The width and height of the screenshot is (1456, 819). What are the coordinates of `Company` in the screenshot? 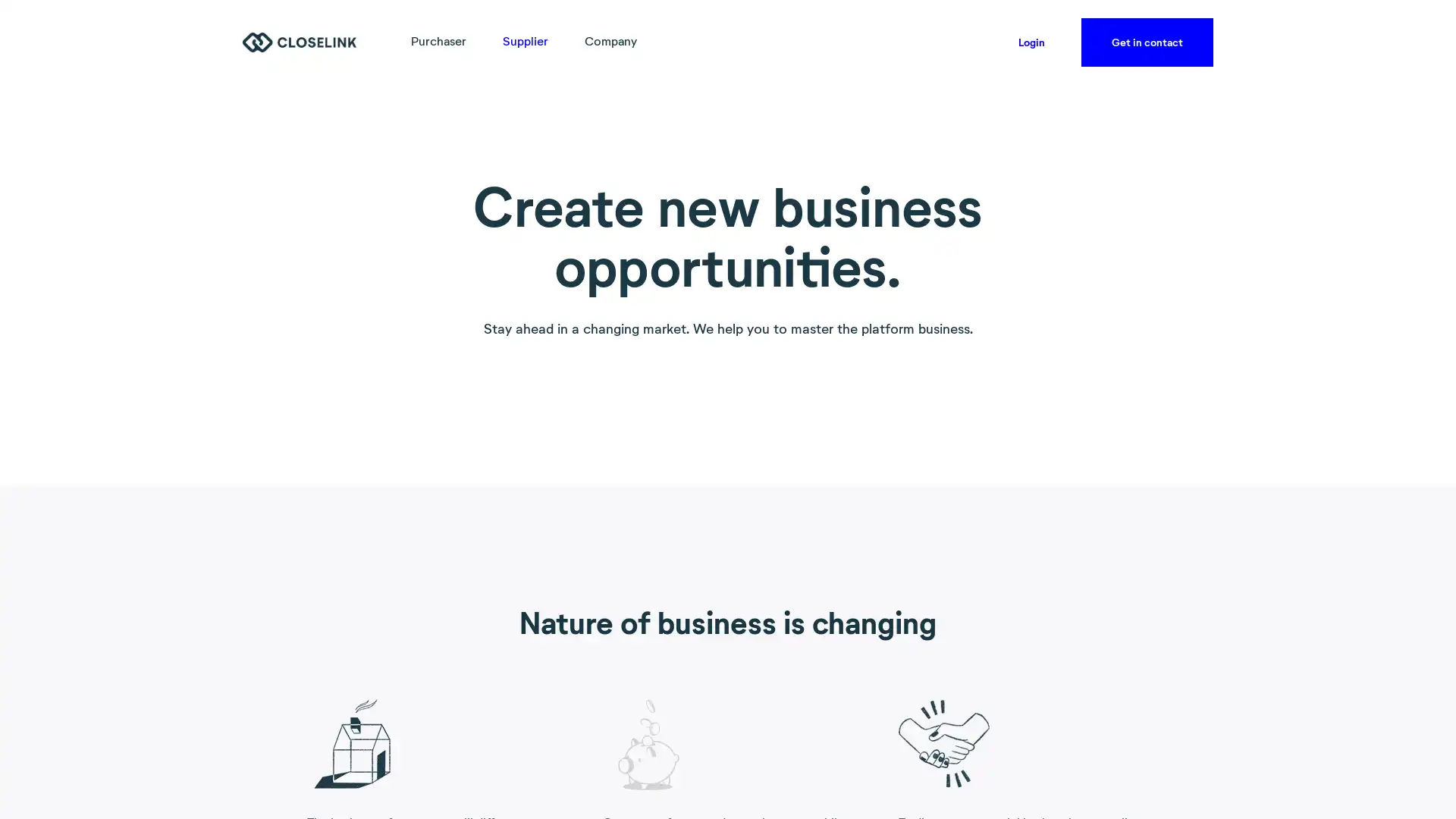 It's located at (610, 42).